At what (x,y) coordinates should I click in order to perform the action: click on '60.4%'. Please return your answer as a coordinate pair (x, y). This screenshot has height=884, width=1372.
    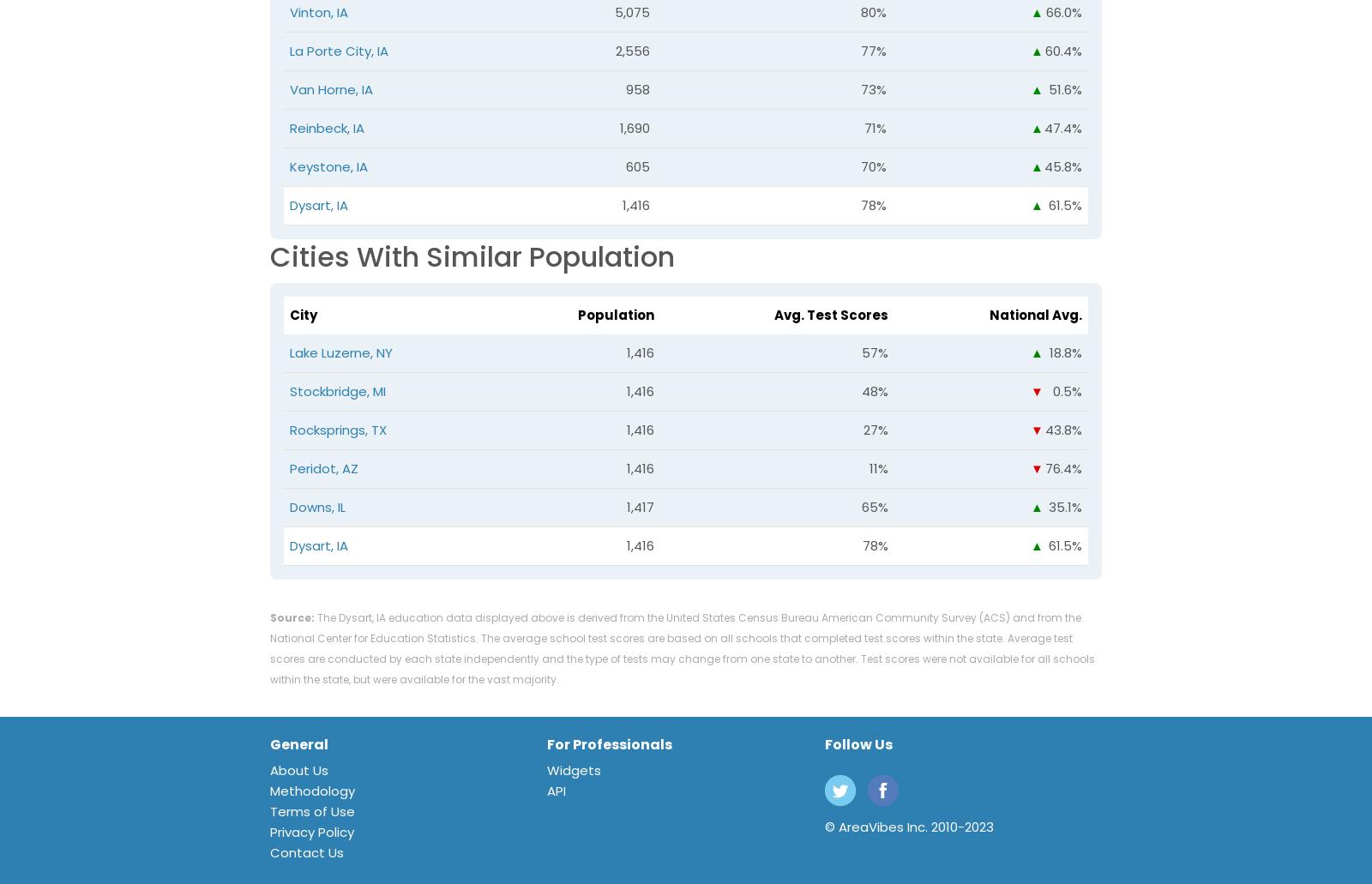
    Looking at the image, I should click on (1062, 50).